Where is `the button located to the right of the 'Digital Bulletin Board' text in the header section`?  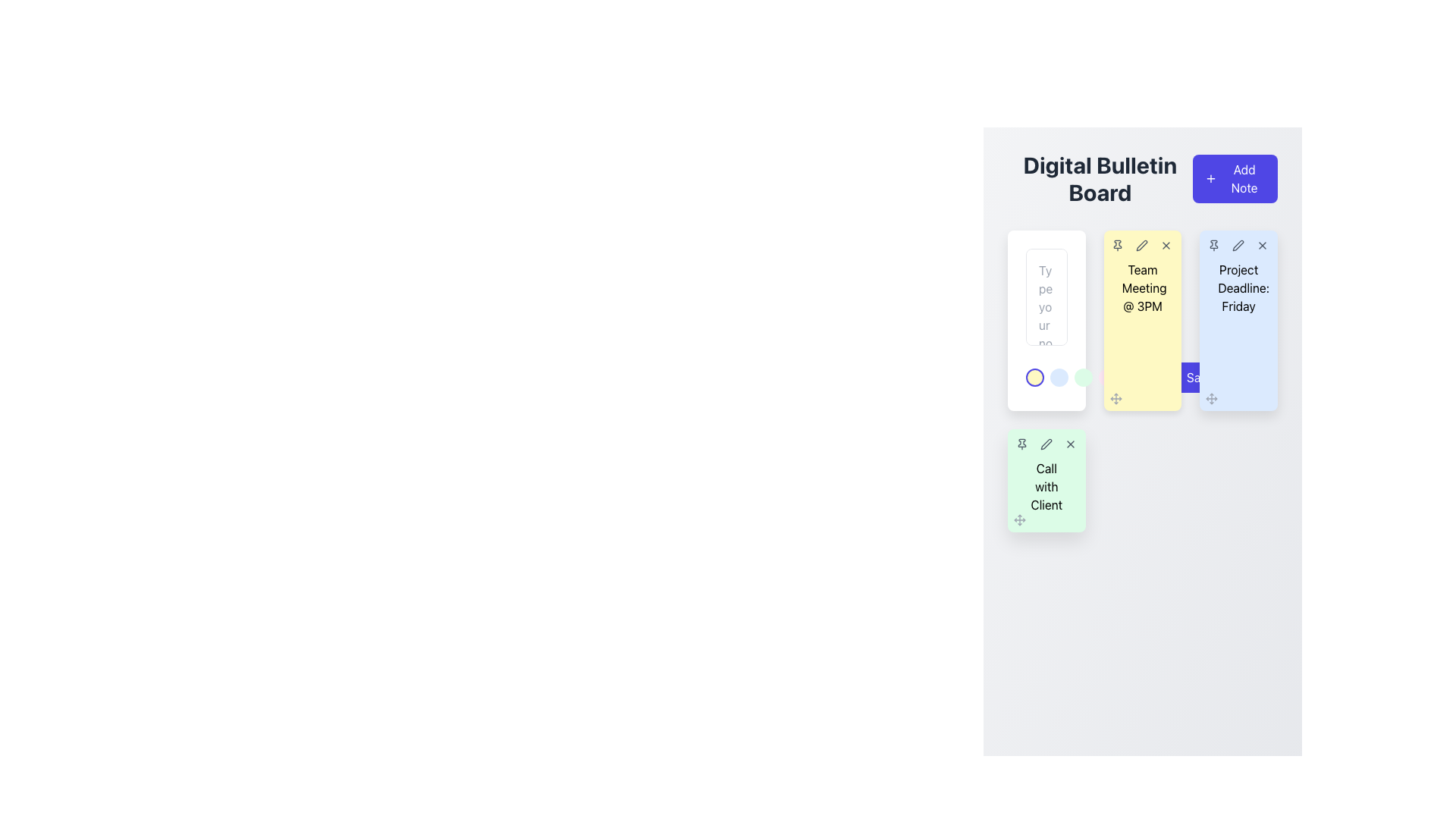 the button located to the right of the 'Digital Bulletin Board' text in the header section is located at coordinates (1235, 177).